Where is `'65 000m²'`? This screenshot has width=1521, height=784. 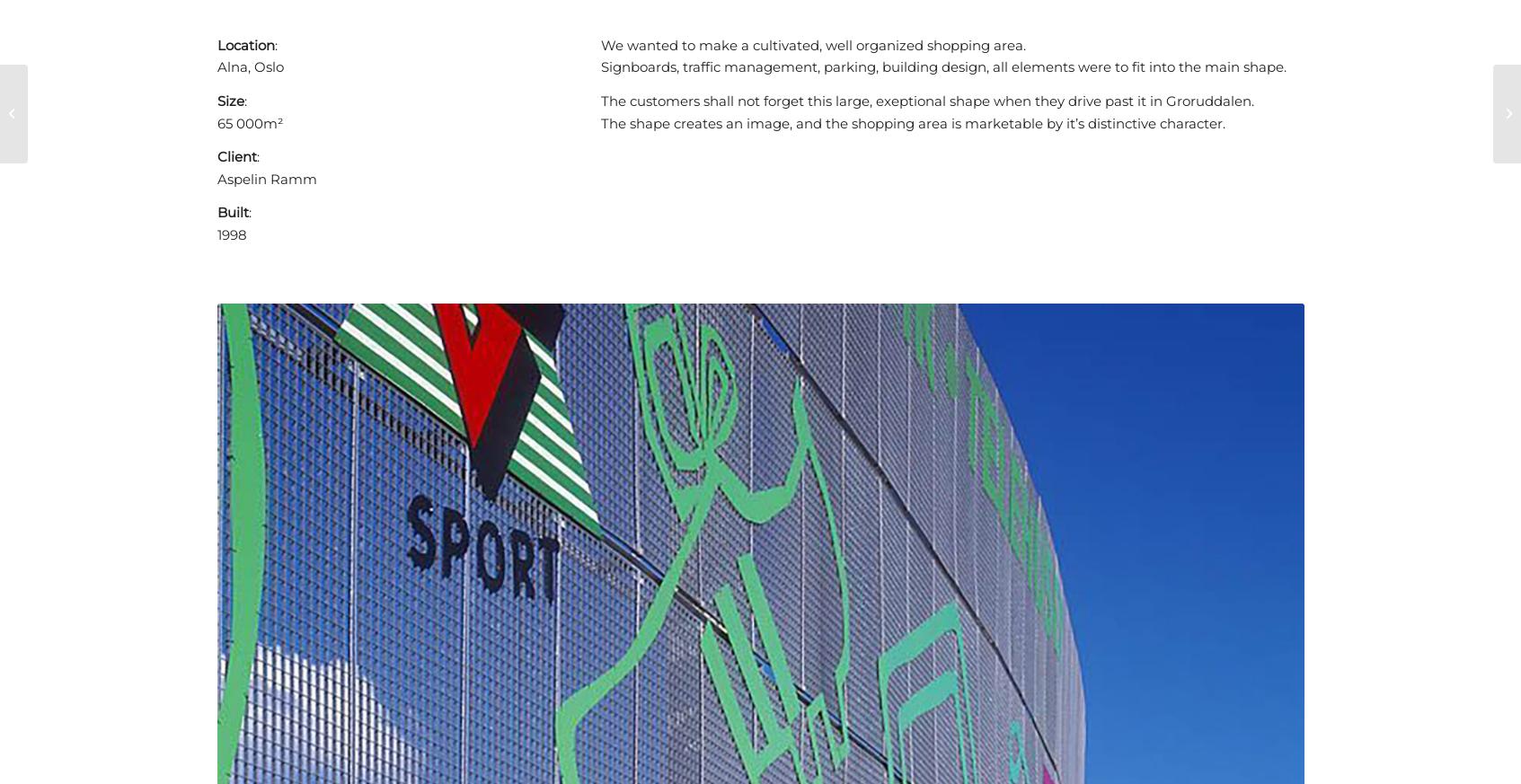 '65 000m²' is located at coordinates (248, 122).